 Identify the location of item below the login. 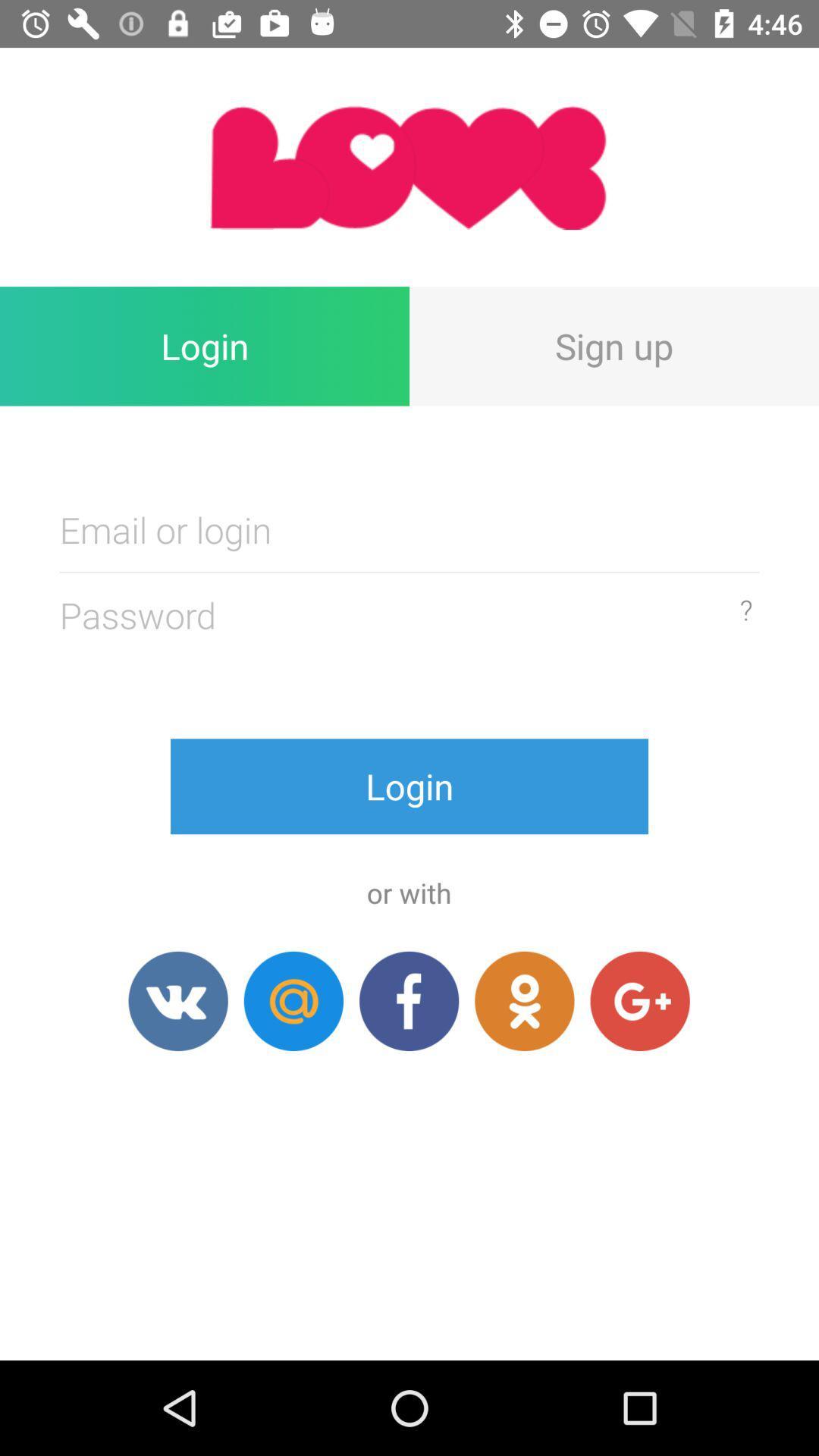
(640, 1001).